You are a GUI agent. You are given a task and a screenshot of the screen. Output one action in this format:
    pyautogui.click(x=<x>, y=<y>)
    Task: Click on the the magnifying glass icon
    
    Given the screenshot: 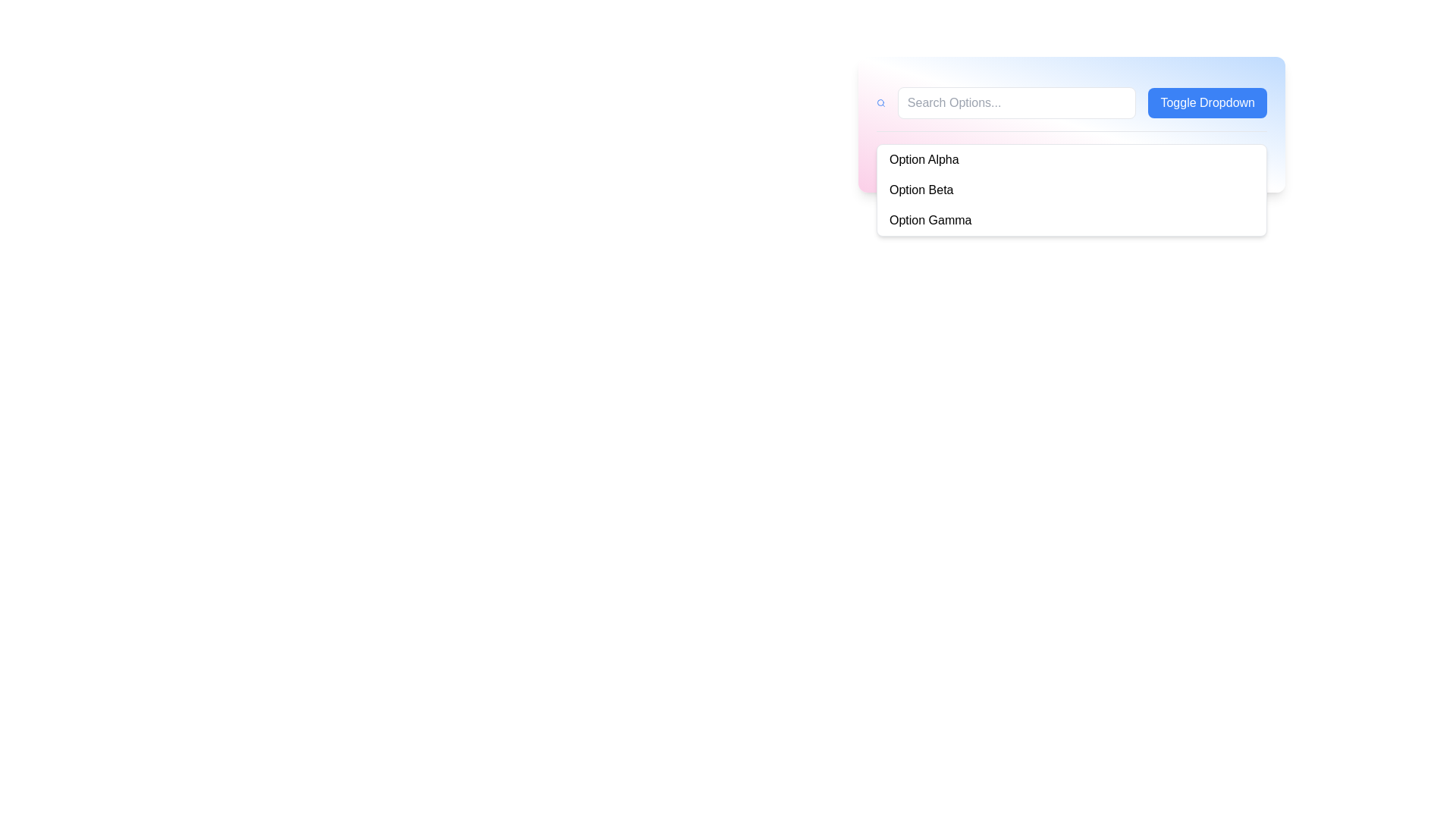 What is the action you would take?
    pyautogui.click(x=880, y=102)
    